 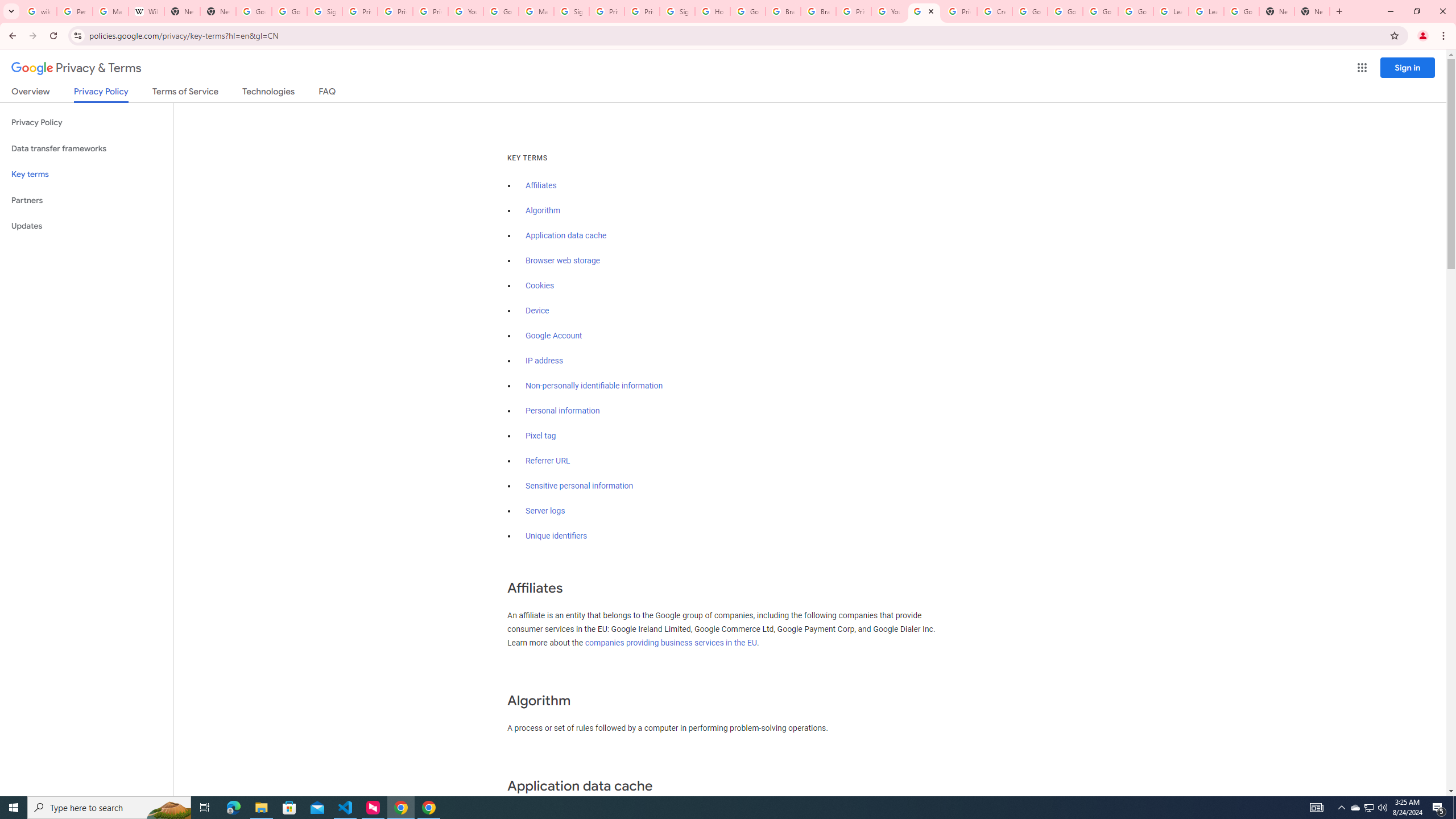 What do you see at coordinates (1277, 11) in the screenshot?
I see `'New Tab'` at bounding box center [1277, 11].